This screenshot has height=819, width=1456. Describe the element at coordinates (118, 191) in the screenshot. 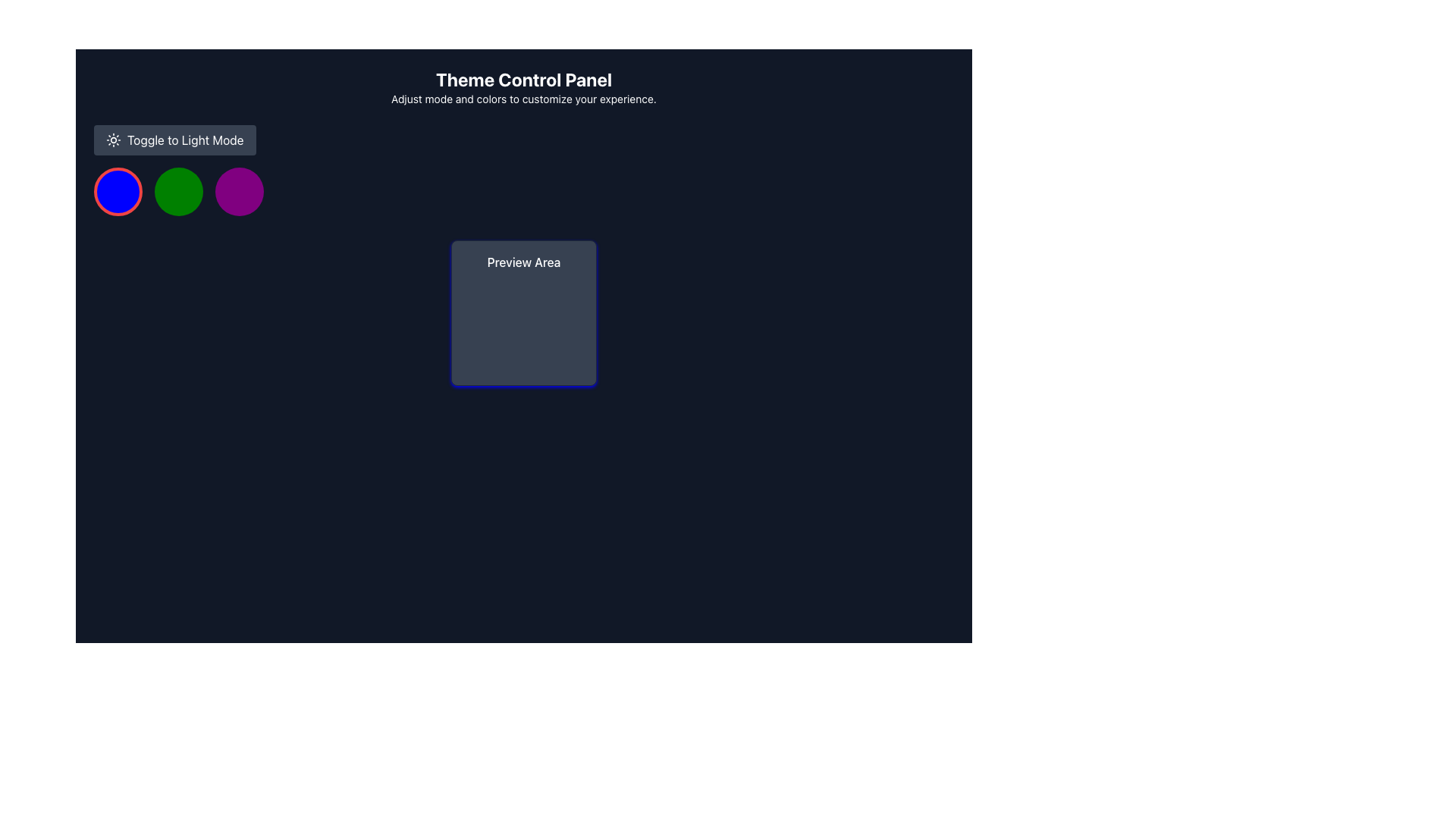

I see `the first circular button located to the left of the green button and further left of the purple button` at that location.